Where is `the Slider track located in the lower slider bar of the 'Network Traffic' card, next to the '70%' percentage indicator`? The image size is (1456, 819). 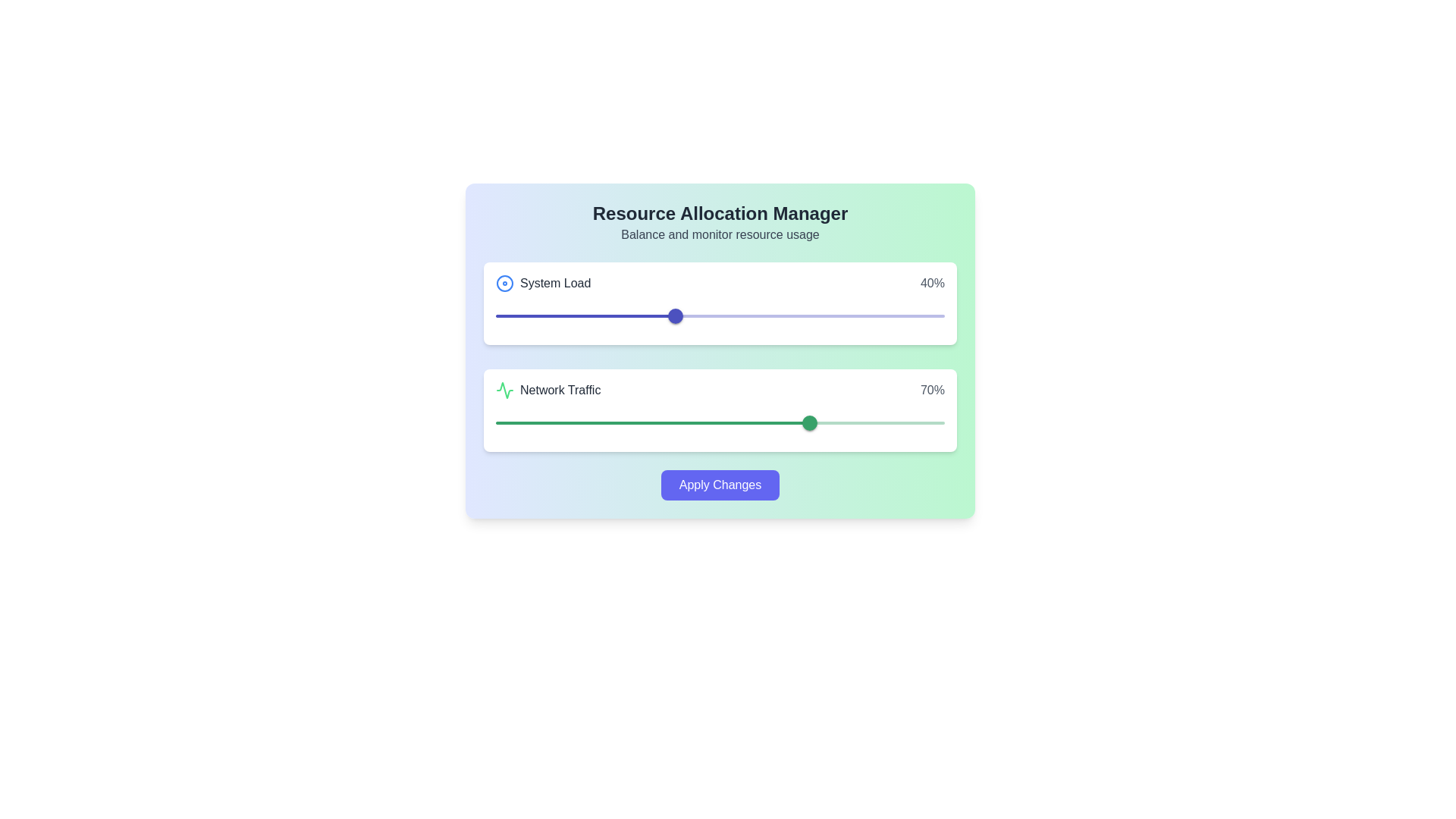 the Slider track located in the lower slider bar of the 'Network Traffic' card, next to the '70%' percentage indicator is located at coordinates (653, 423).